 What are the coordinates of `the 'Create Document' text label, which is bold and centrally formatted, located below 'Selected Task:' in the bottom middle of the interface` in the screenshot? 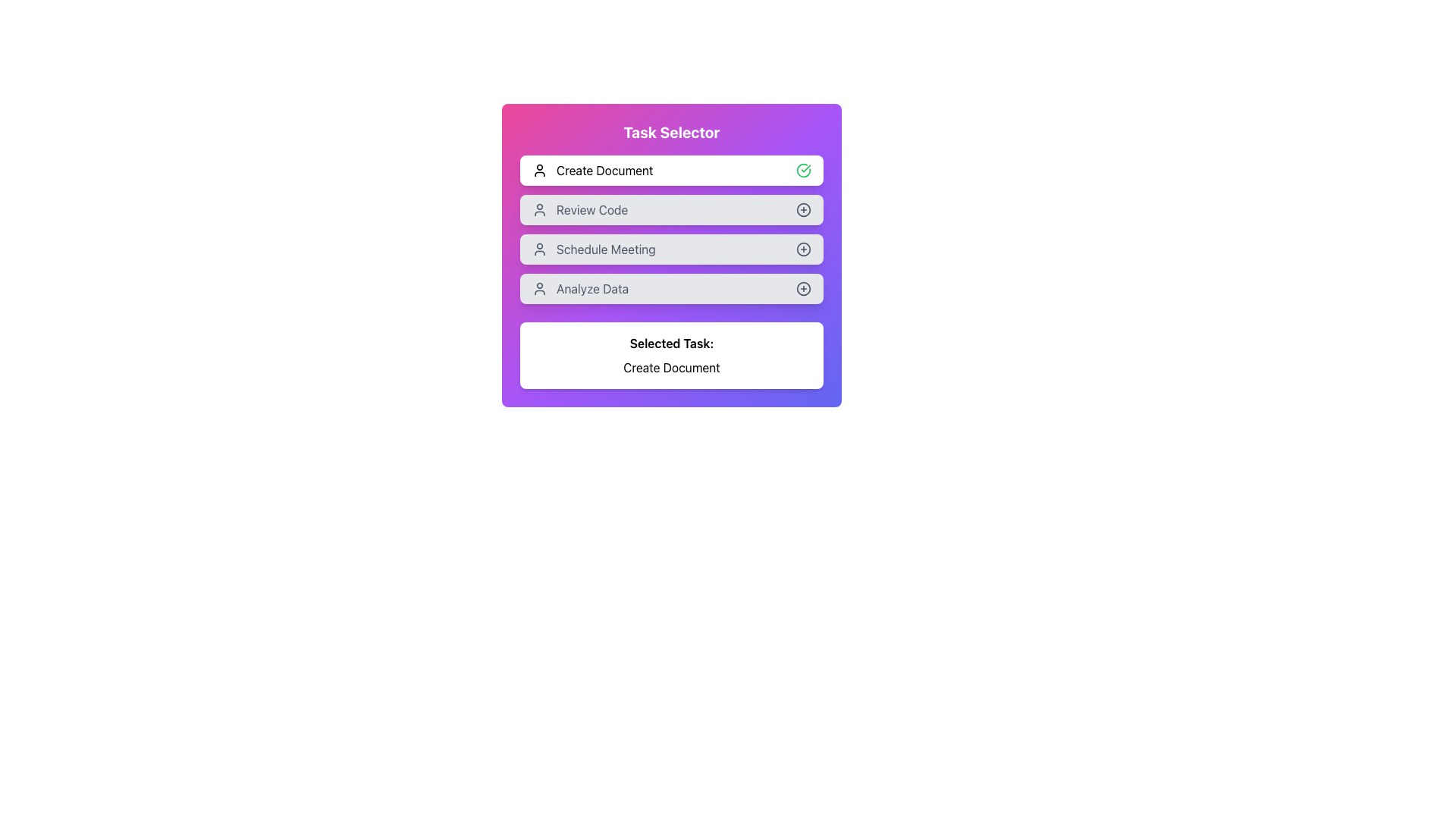 It's located at (671, 368).